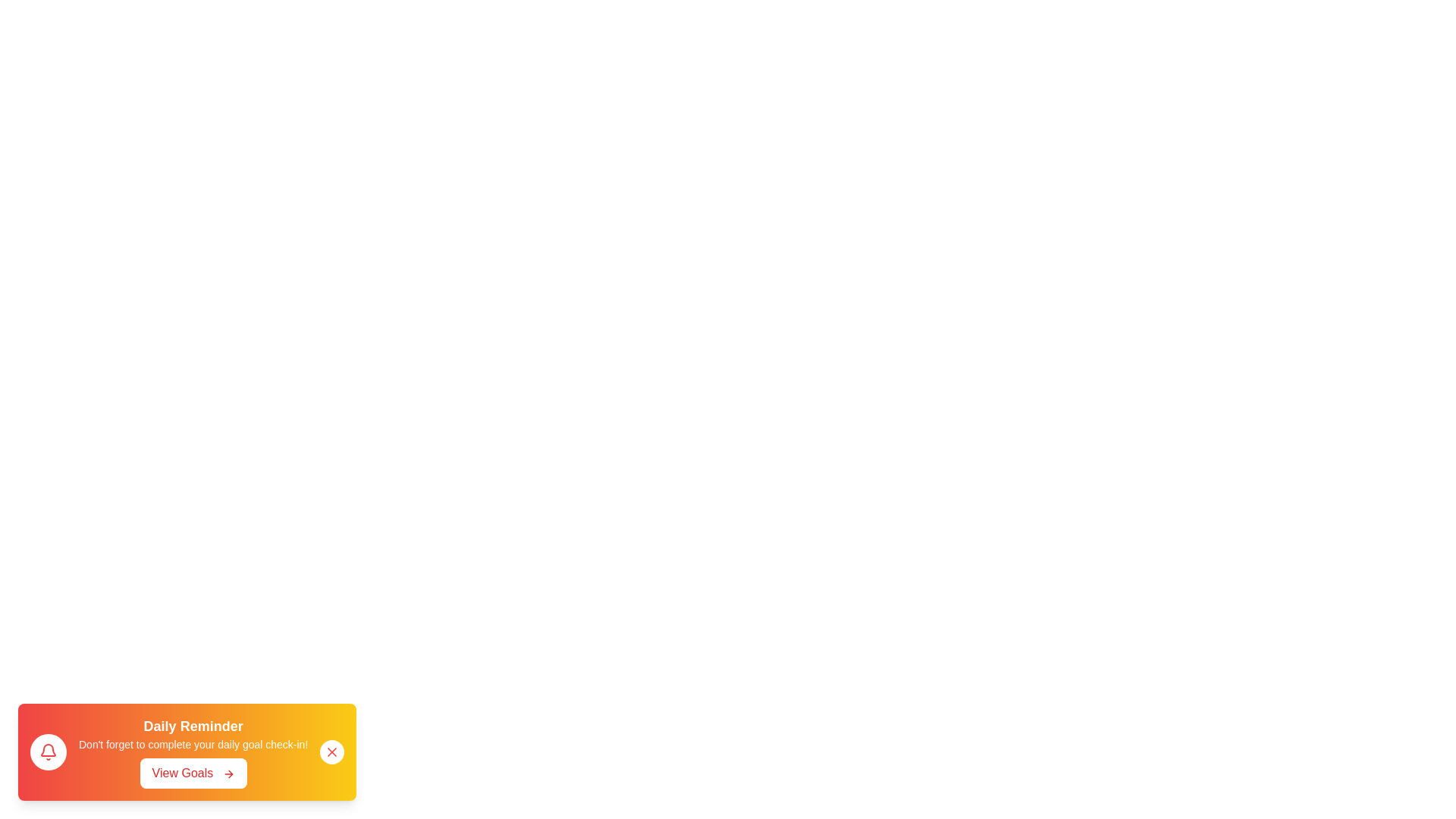 The image size is (1456, 819). Describe the element at coordinates (192, 773) in the screenshot. I see `the 'View Goals' button to navigate to the goals page` at that location.